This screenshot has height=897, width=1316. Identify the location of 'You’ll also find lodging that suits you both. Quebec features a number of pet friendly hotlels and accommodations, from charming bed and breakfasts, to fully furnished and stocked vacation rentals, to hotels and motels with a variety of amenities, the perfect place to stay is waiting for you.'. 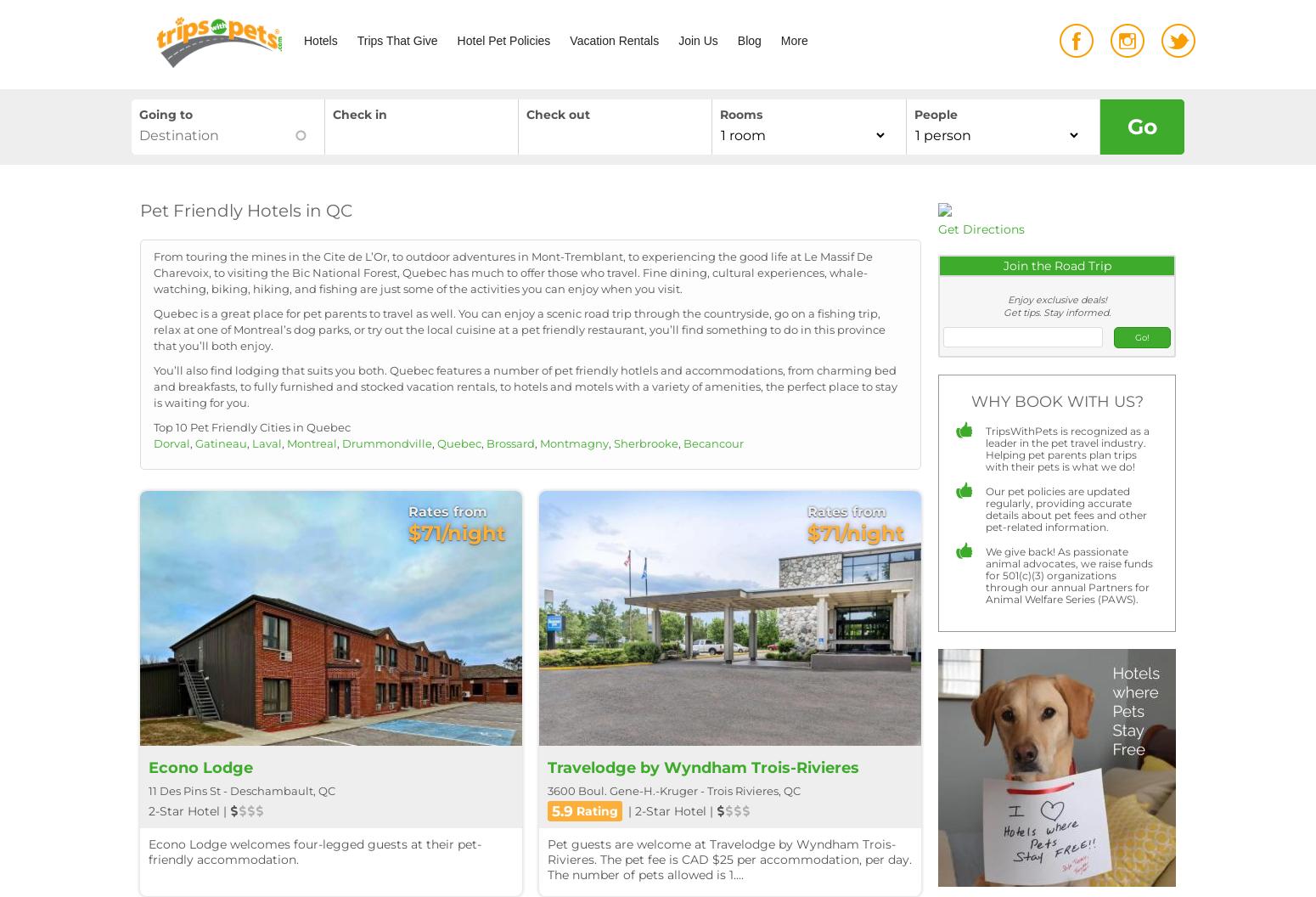
(153, 386).